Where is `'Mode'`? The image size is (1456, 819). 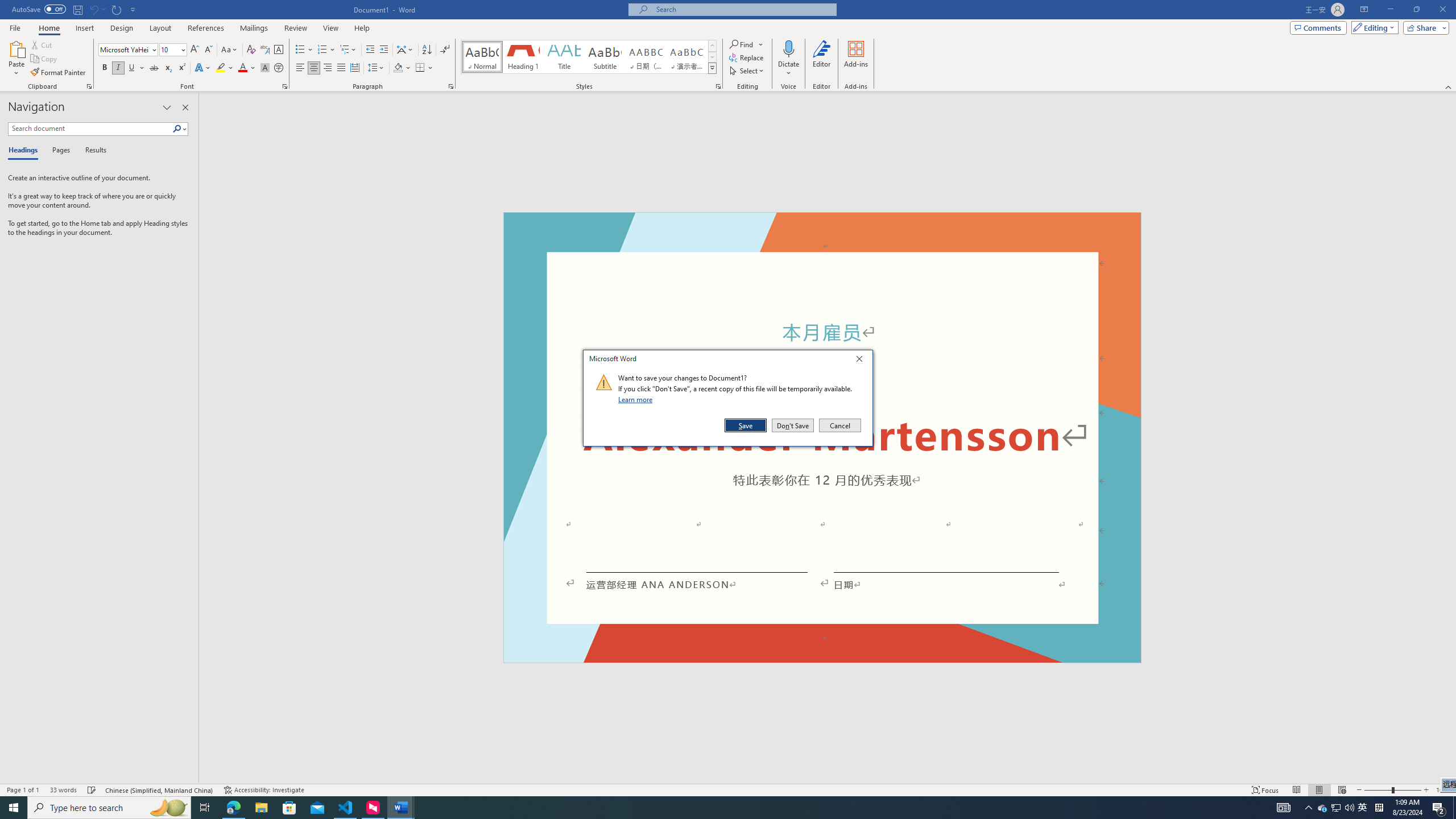 'Mode' is located at coordinates (1372, 27).